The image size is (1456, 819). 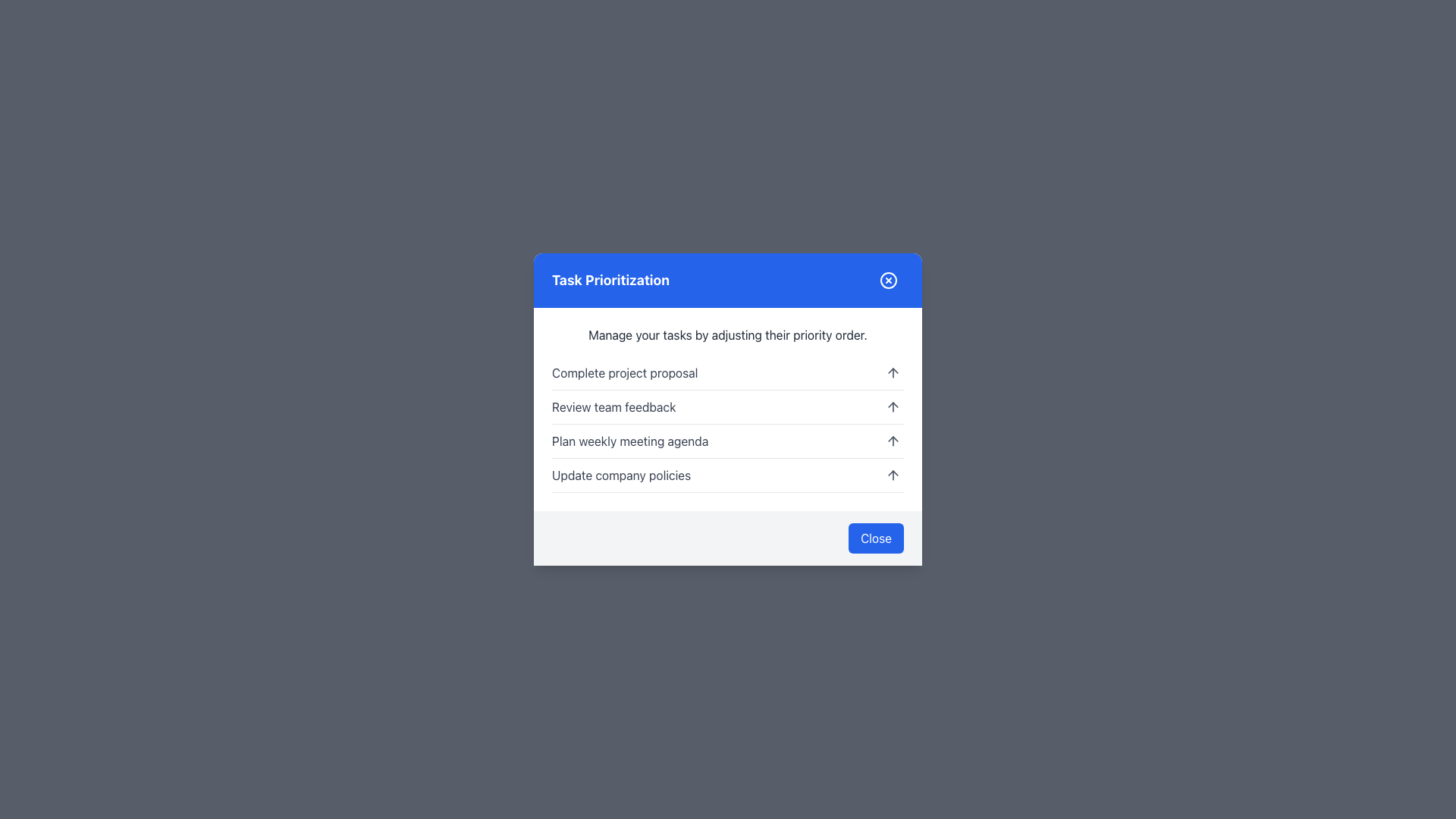 I want to click on the small circular button with a solid blue background and a white stroke icon of a circle with a cross inside, located in the top-right corner of the blue header bar in the 'Task Prioritization' dialog, so click(x=888, y=281).